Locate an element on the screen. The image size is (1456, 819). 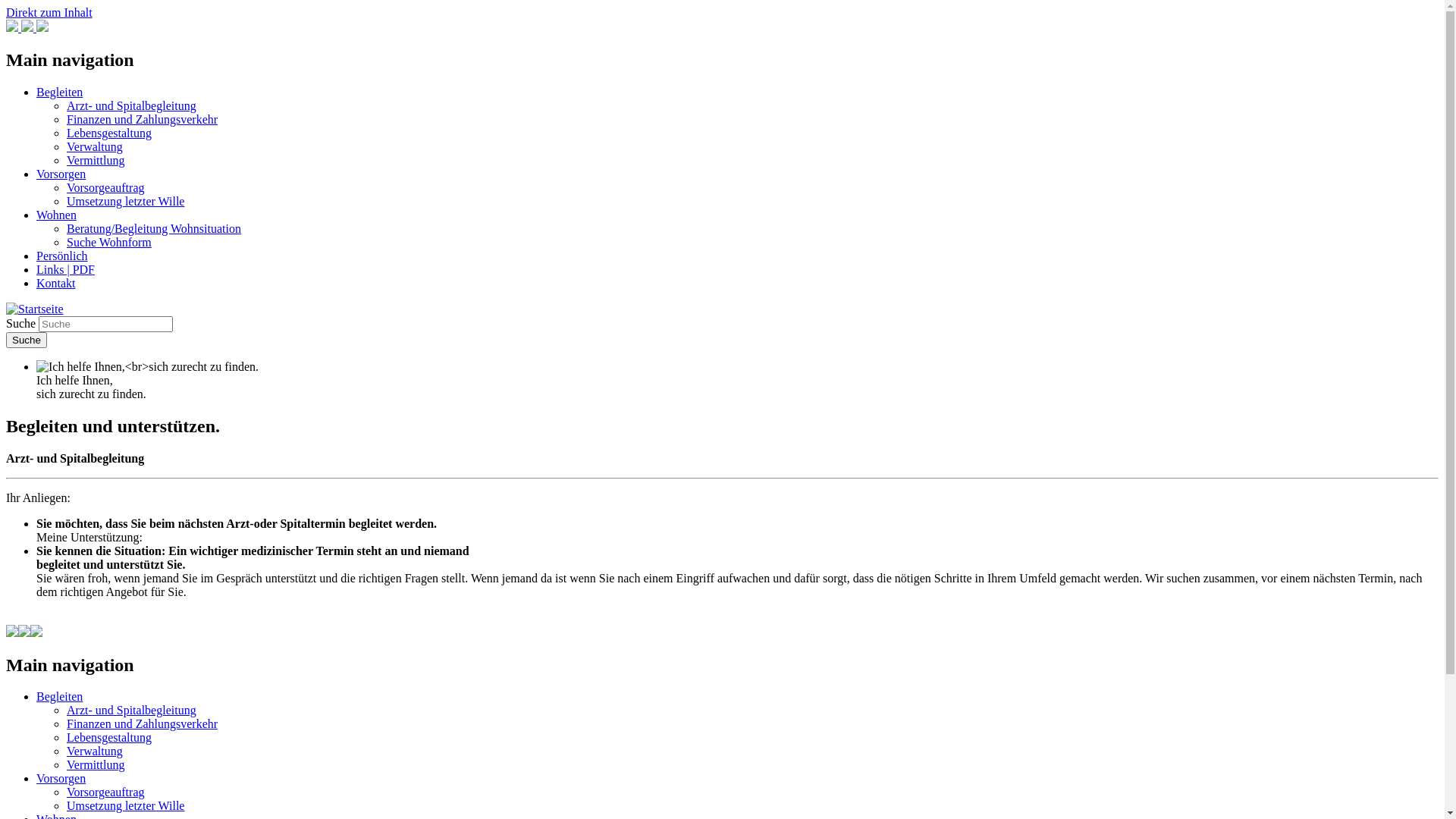
'Vorsorgeauftrag' is located at coordinates (105, 791).